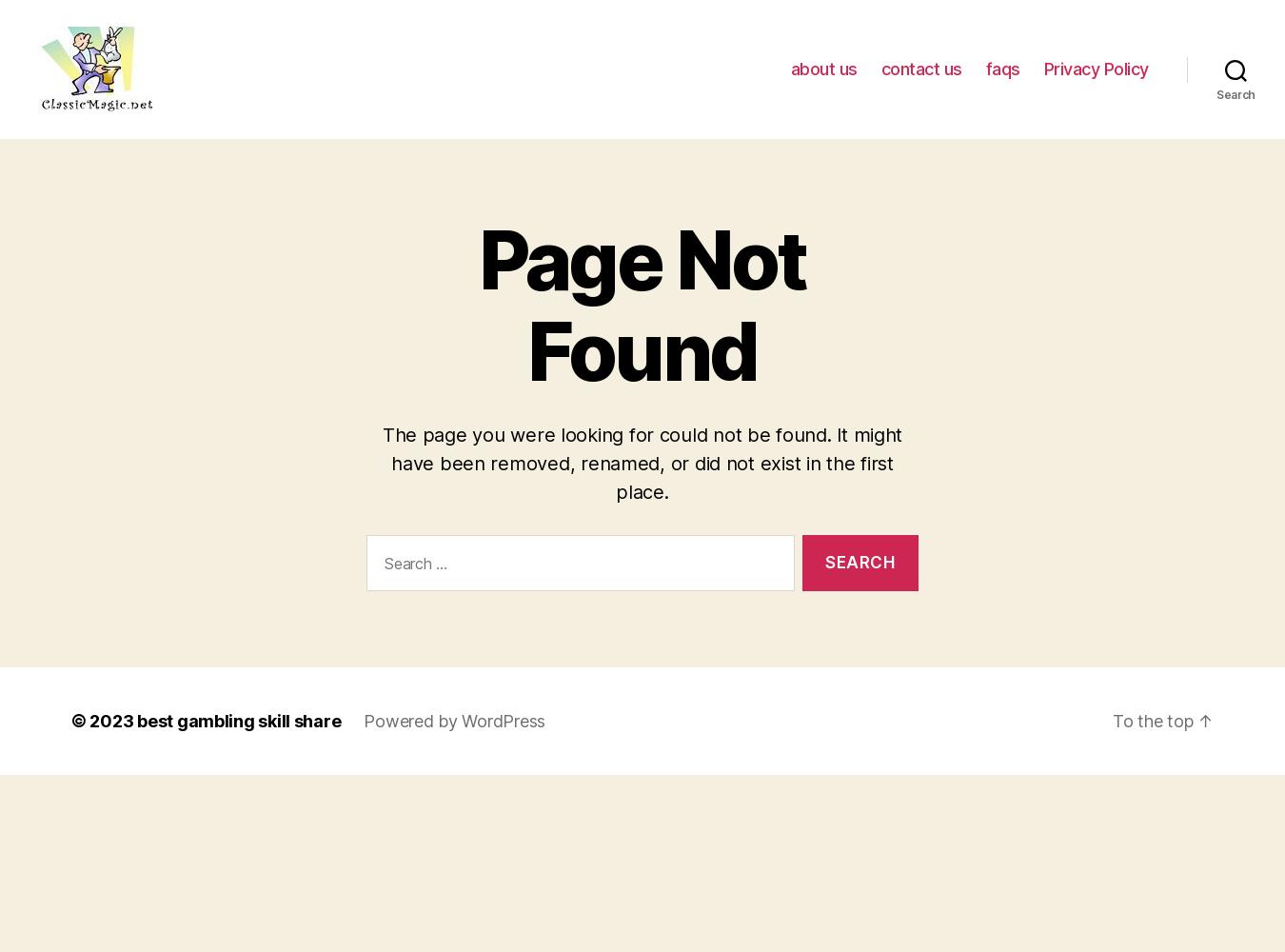 This screenshot has height=952, width=1285. I want to click on 'best gambling skill share', so click(237, 720).